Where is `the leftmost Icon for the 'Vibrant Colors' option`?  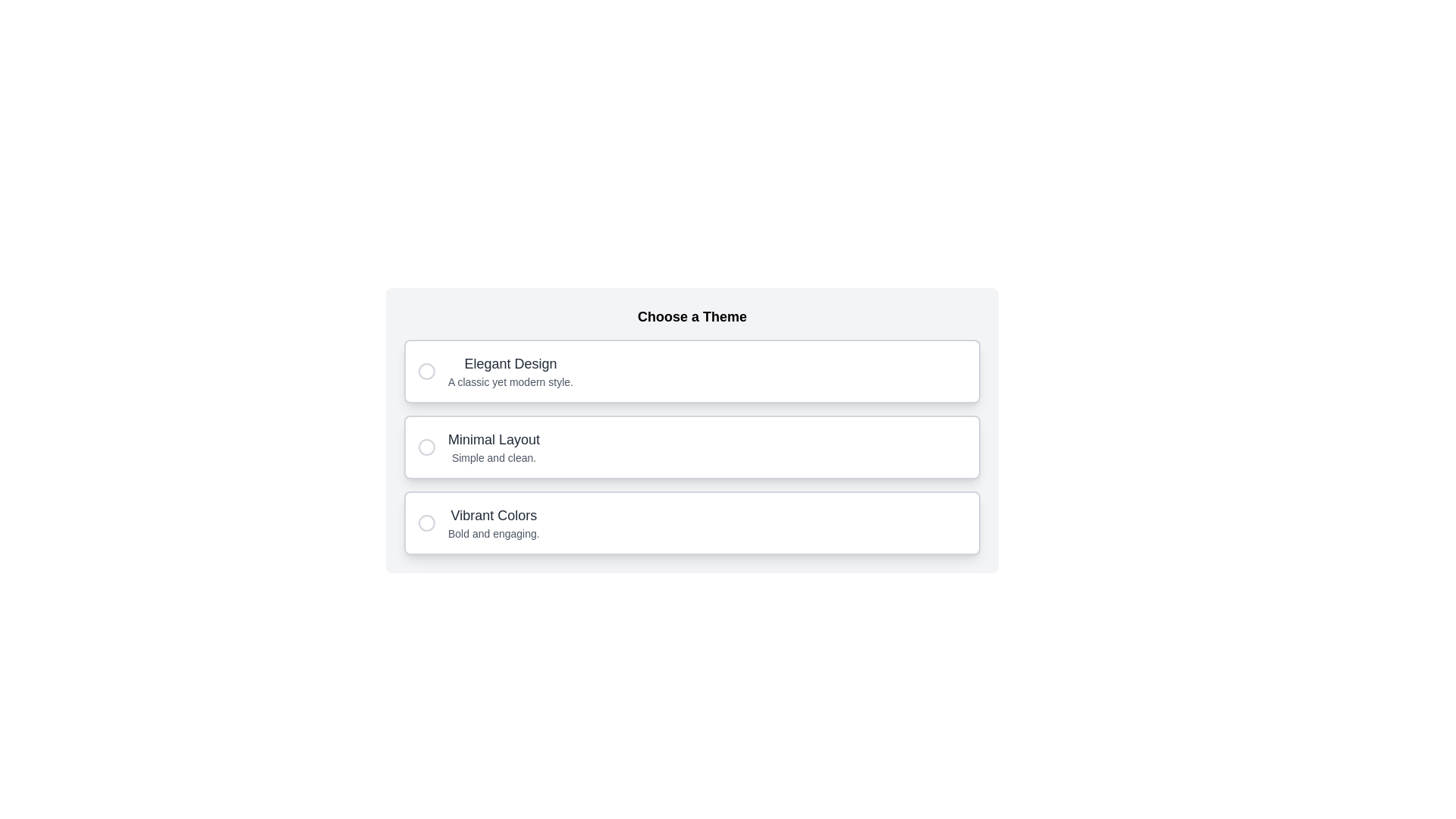
the leftmost Icon for the 'Vibrant Colors' option is located at coordinates (425, 522).